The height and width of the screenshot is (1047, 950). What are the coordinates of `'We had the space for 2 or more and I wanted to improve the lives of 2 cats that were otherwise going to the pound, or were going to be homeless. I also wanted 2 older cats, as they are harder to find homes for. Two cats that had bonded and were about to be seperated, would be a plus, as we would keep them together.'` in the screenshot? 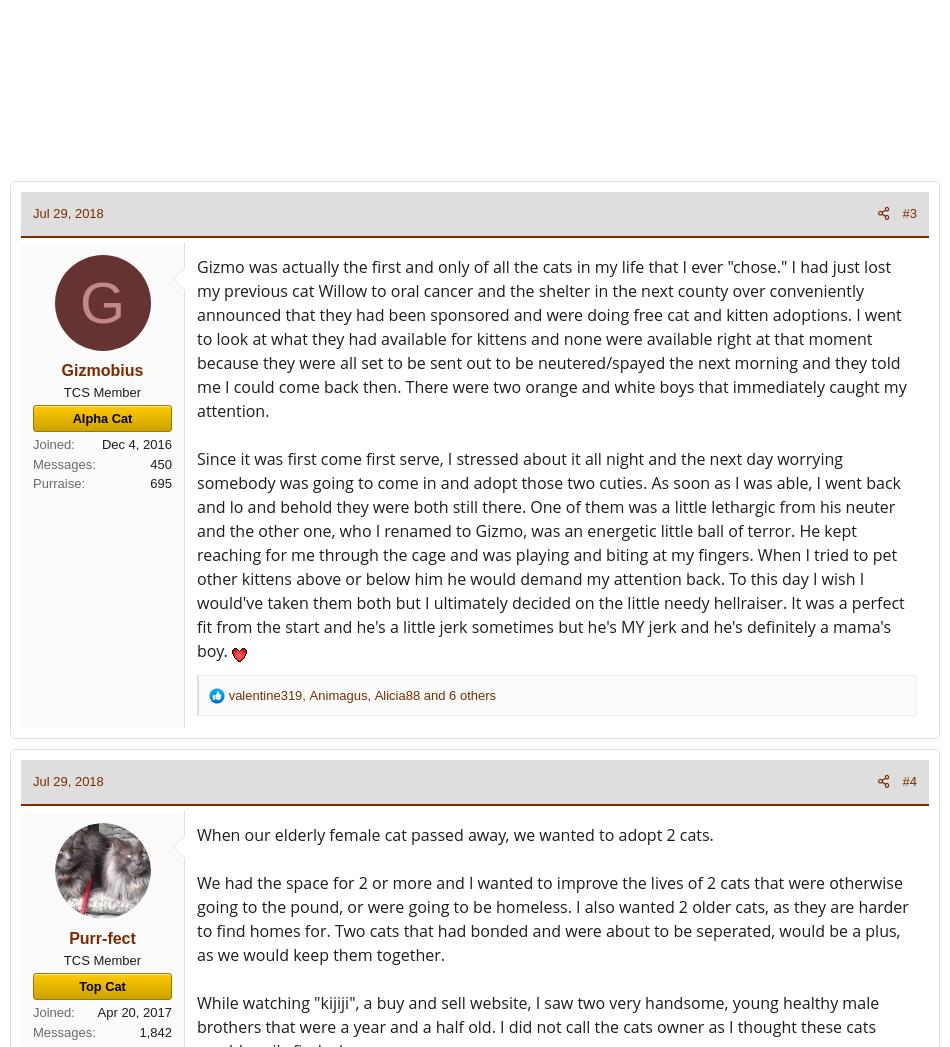 It's located at (197, 918).